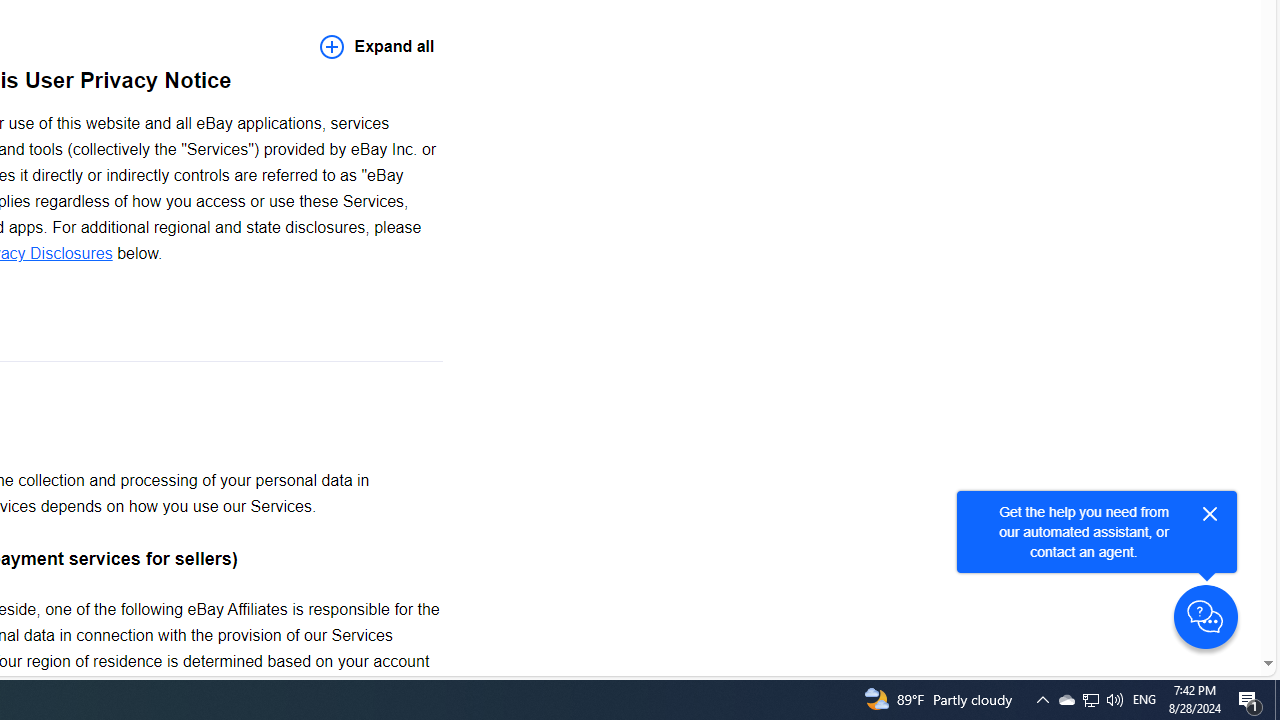 This screenshot has width=1280, height=720. I want to click on 'Expand all', so click(377, 45).